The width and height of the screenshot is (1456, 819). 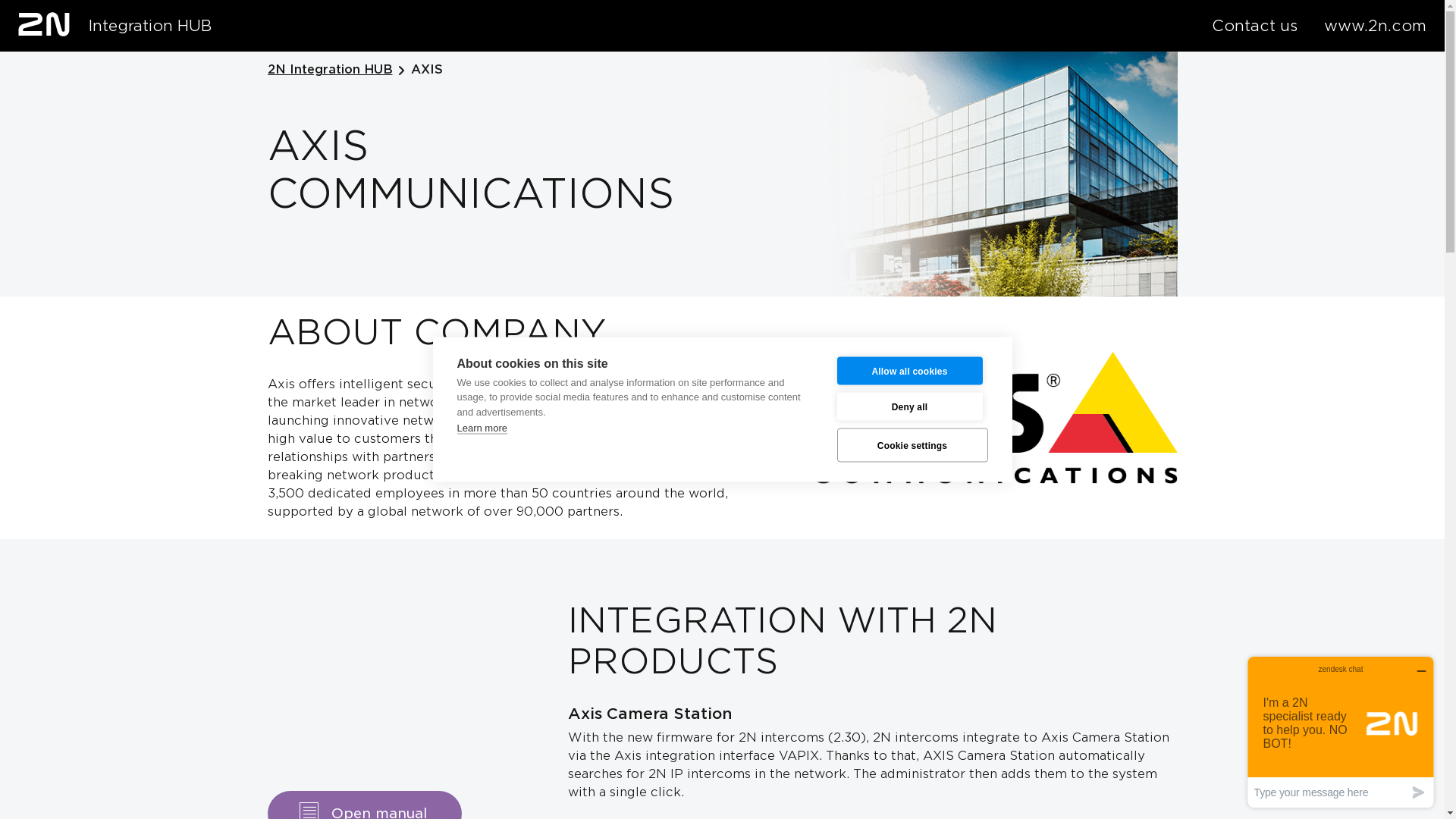 I want to click on '2N Integration HUB', so click(x=266, y=70).